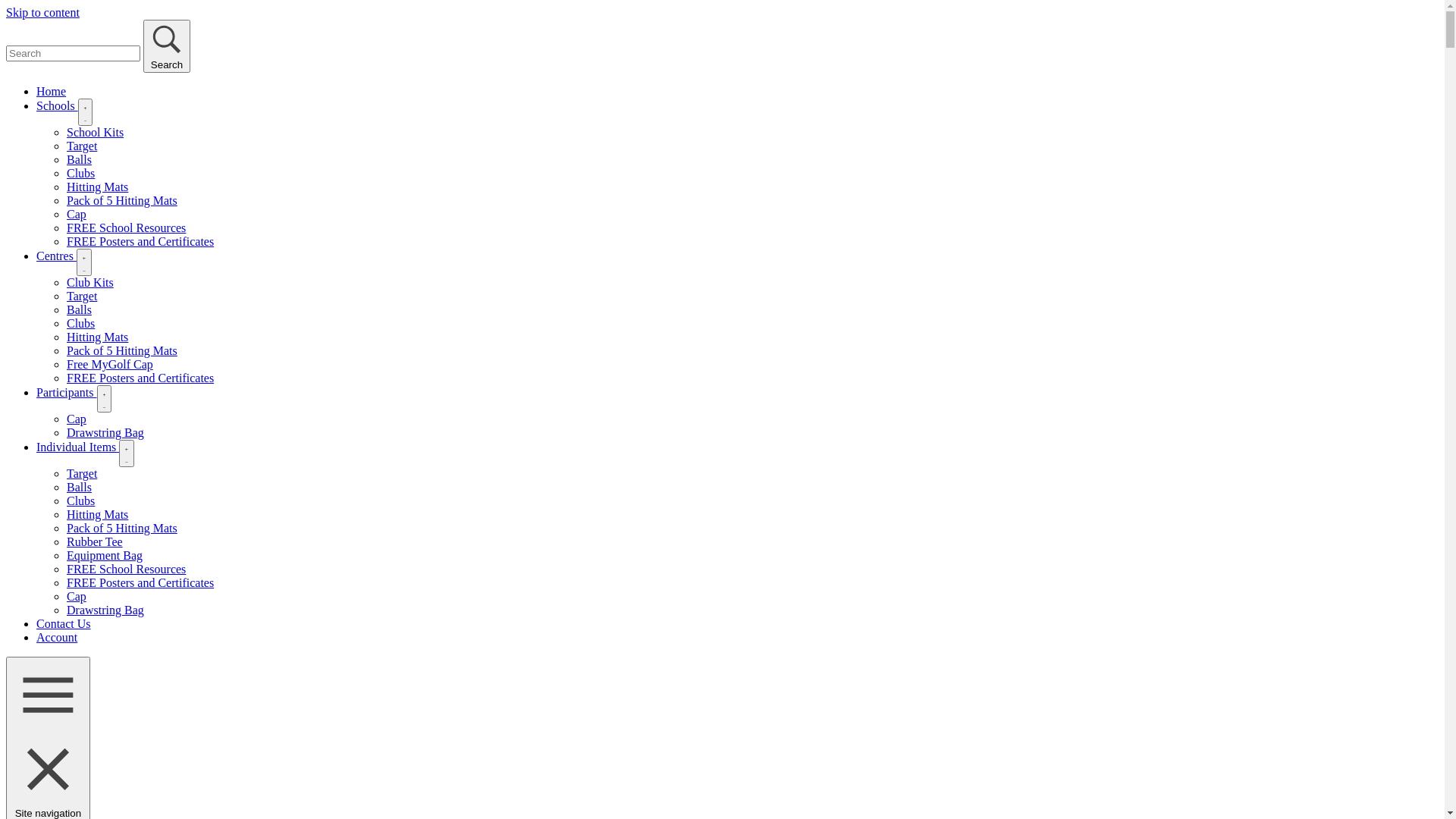 This screenshot has width=1456, height=819. Describe the element at coordinates (57, 105) in the screenshot. I see `'Schools'` at that location.